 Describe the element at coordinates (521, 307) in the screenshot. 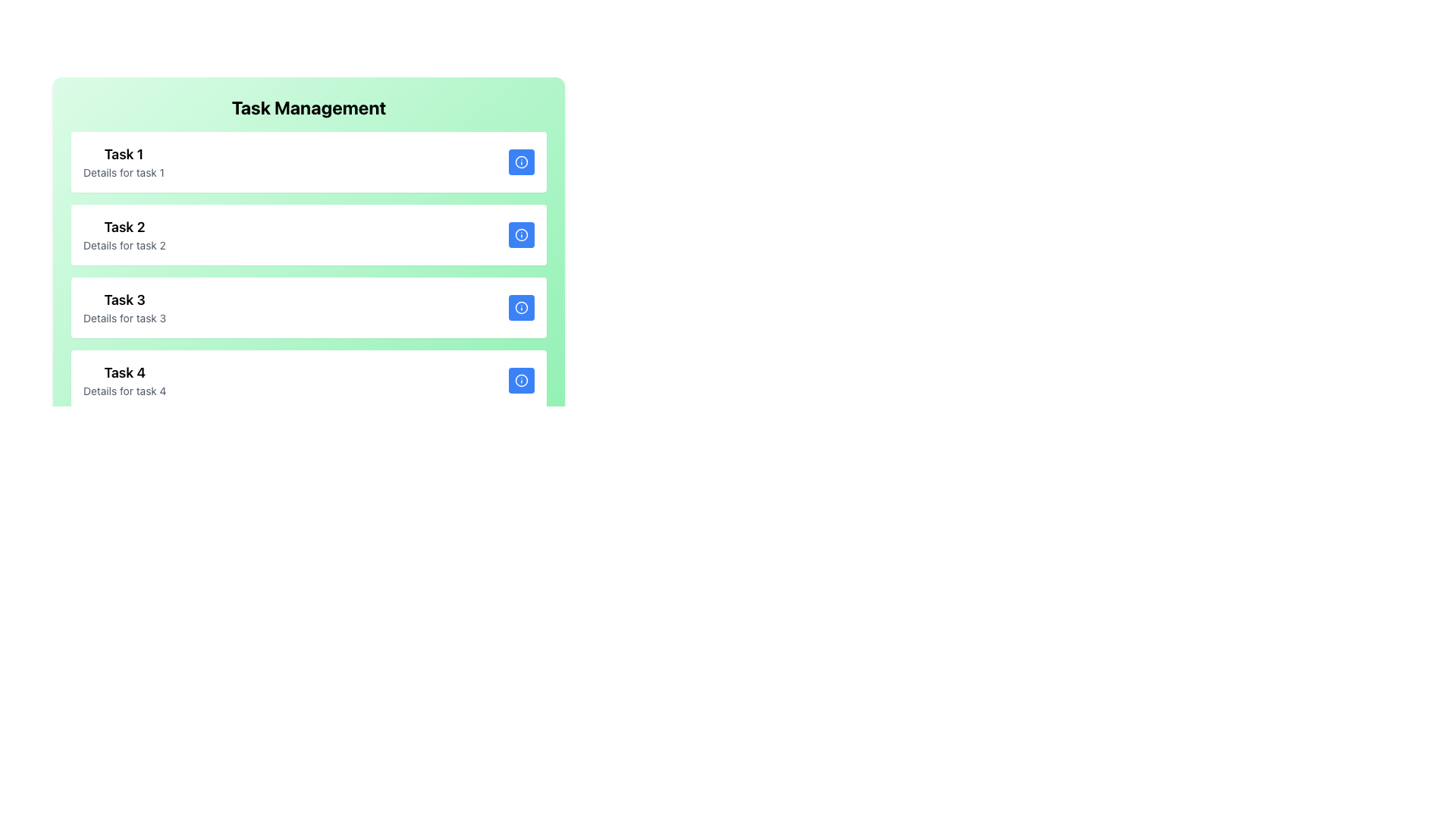

I see `the button located on the right side of the row labeled 'Task 3 Details for task 3'` at that location.